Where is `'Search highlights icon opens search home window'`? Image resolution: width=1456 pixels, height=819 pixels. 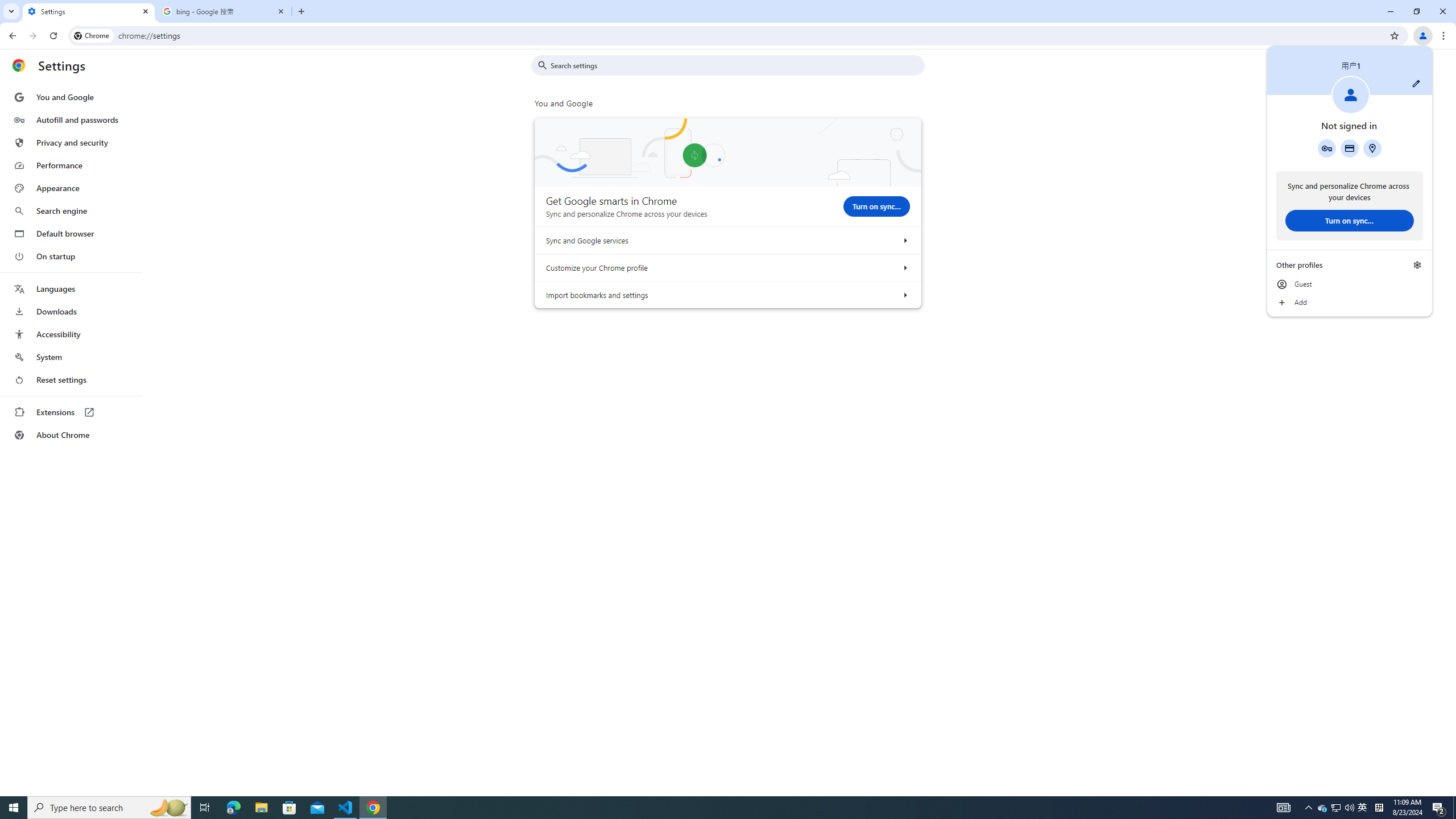
'Search highlights icon opens search home window' is located at coordinates (167, 806).